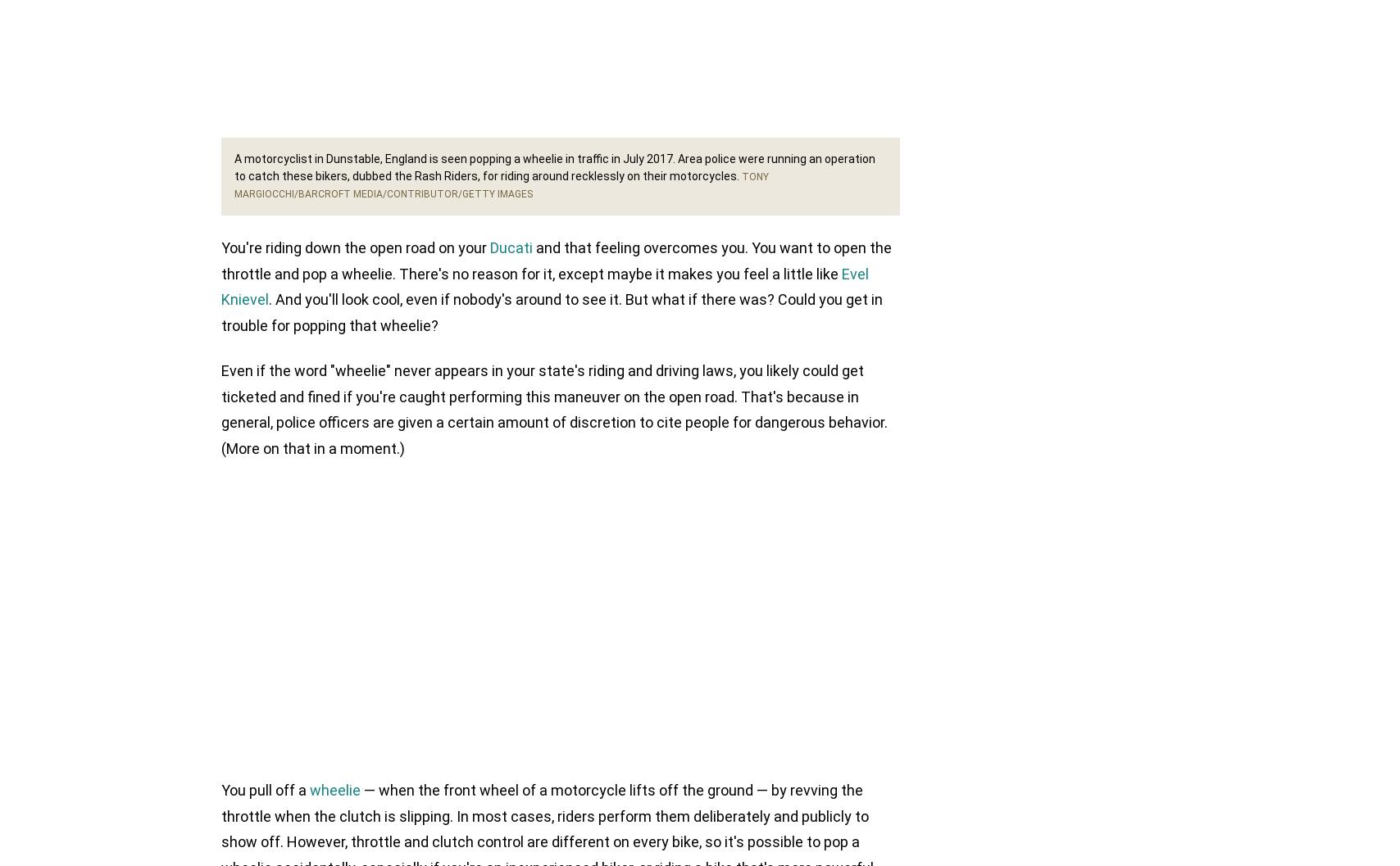  I want to click on 'and that feeling overcomes you. You want to open the throttle and pop a wheelie. There's no reason for it, except maybe it makes you feel a little like', so click(556, 261).